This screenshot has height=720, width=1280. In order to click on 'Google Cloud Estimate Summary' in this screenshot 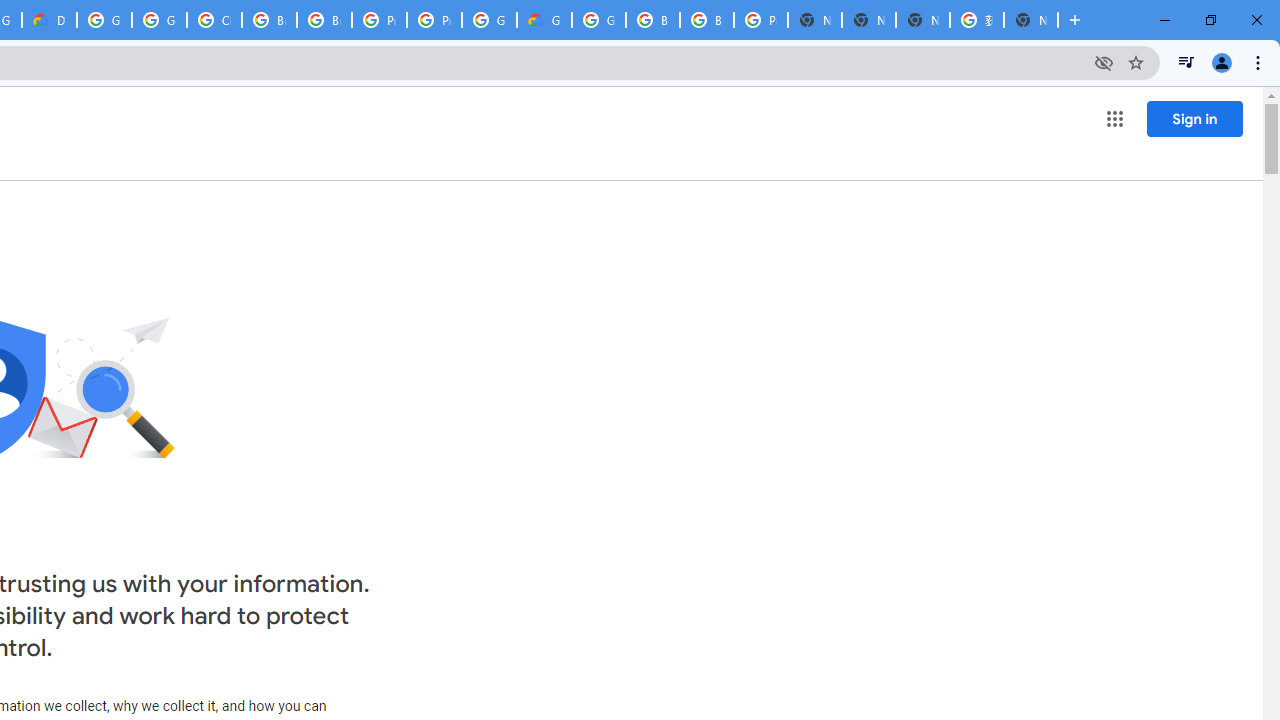, I will do `click(544, 20)`.